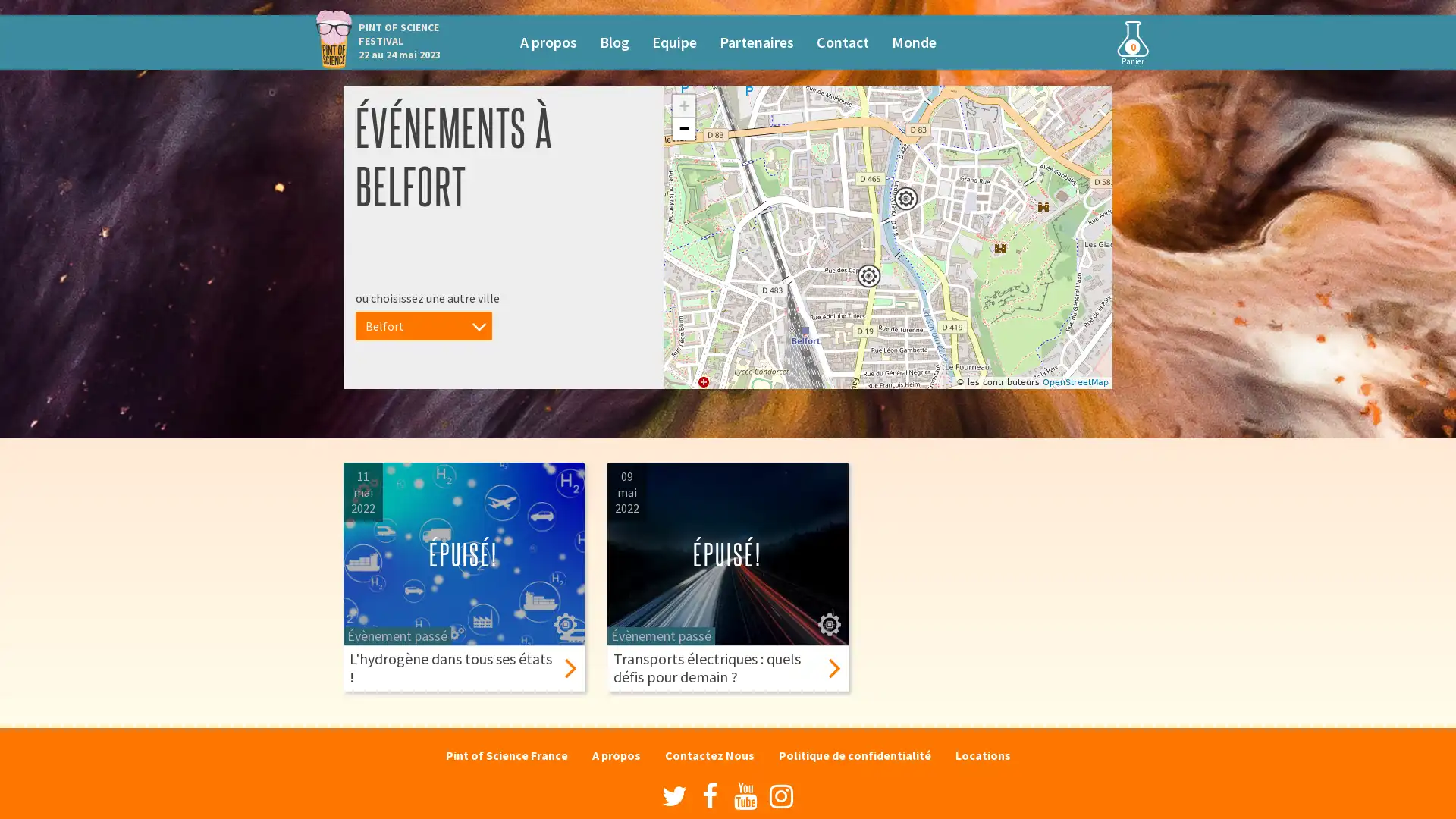 This screenshot has width=1456, height=819. I want to click on Zoom out, so click(683, 127).